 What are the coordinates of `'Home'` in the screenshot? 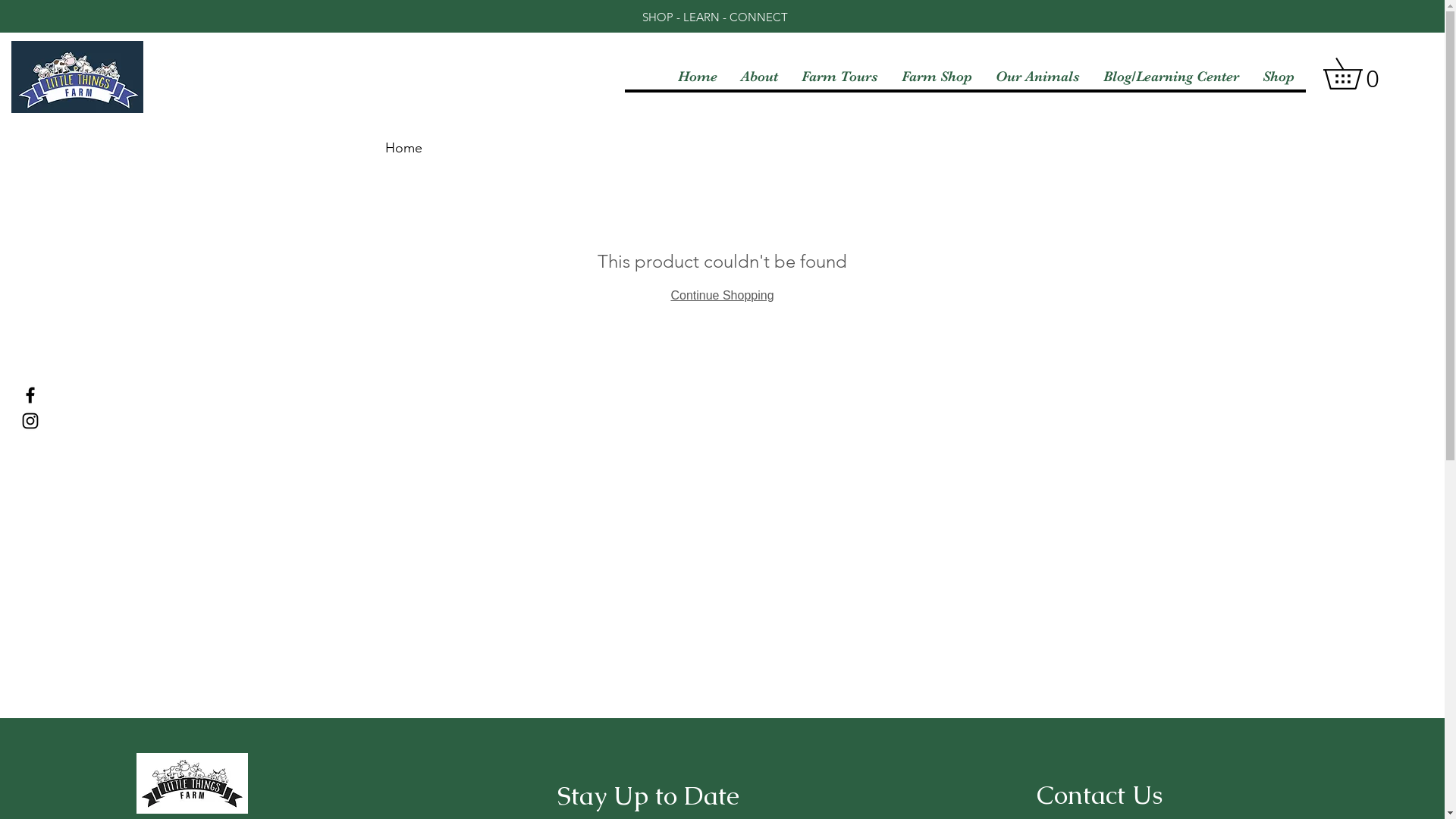 It's located at (403, 148).